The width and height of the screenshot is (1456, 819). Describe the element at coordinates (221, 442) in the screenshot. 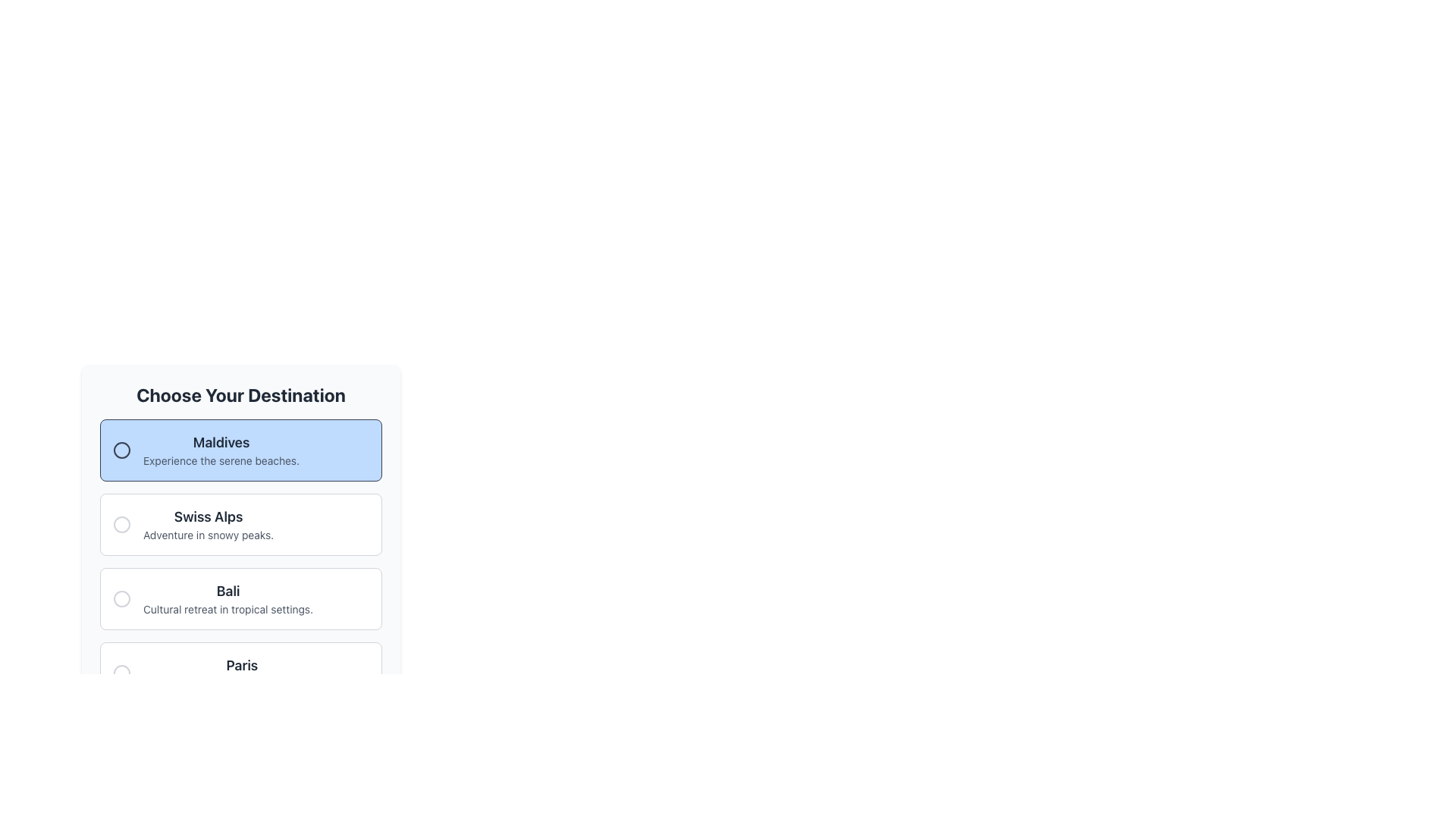

I see `text label indicating the destination 'Maldives' located in the first card of the vertical list under 'Choose Your Destination'` at that location.